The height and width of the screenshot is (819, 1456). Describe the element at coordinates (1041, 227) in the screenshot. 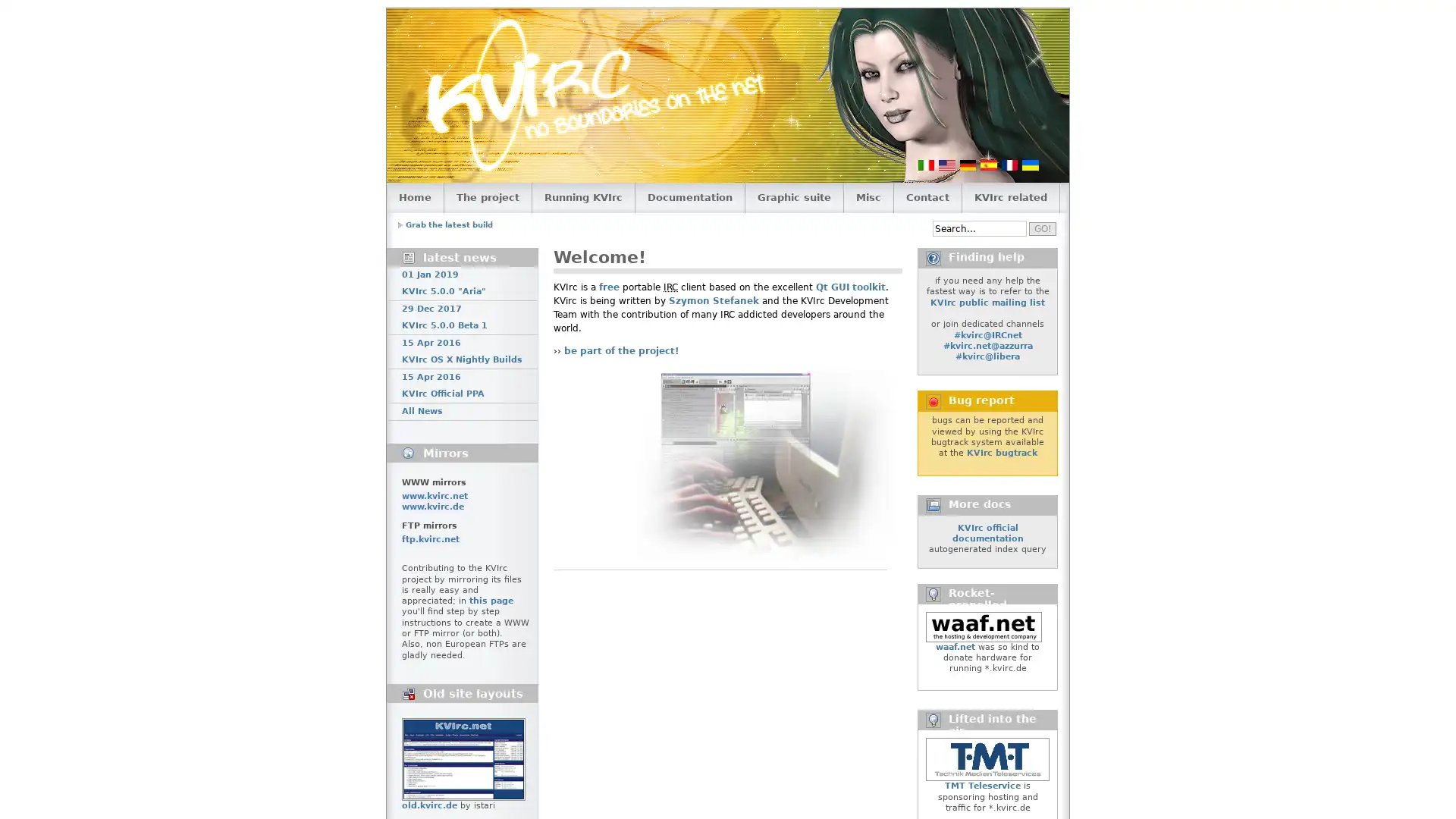

I see `GO!` at that location.